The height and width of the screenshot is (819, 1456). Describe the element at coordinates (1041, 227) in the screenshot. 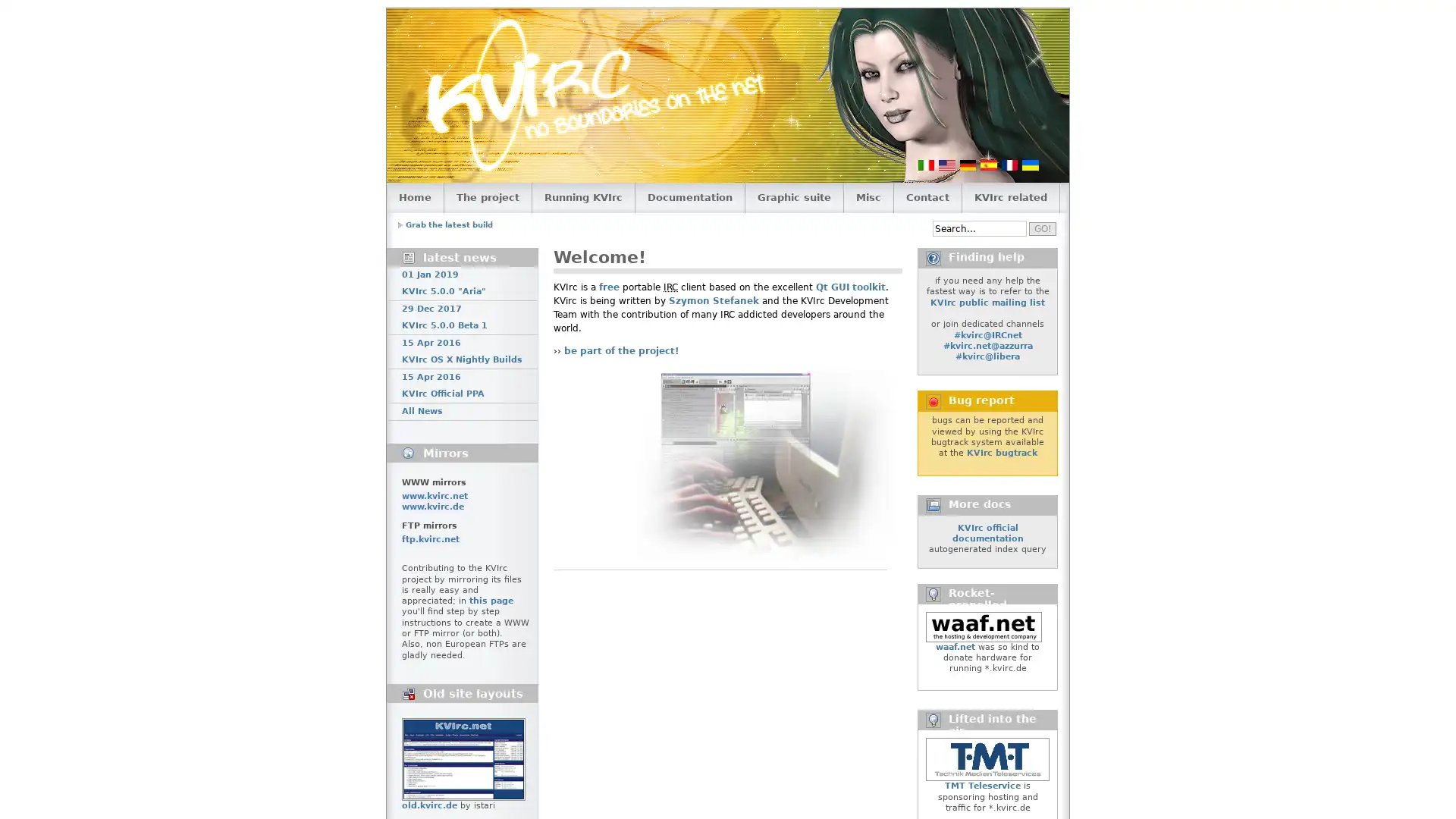

I see `GO!` at that location.